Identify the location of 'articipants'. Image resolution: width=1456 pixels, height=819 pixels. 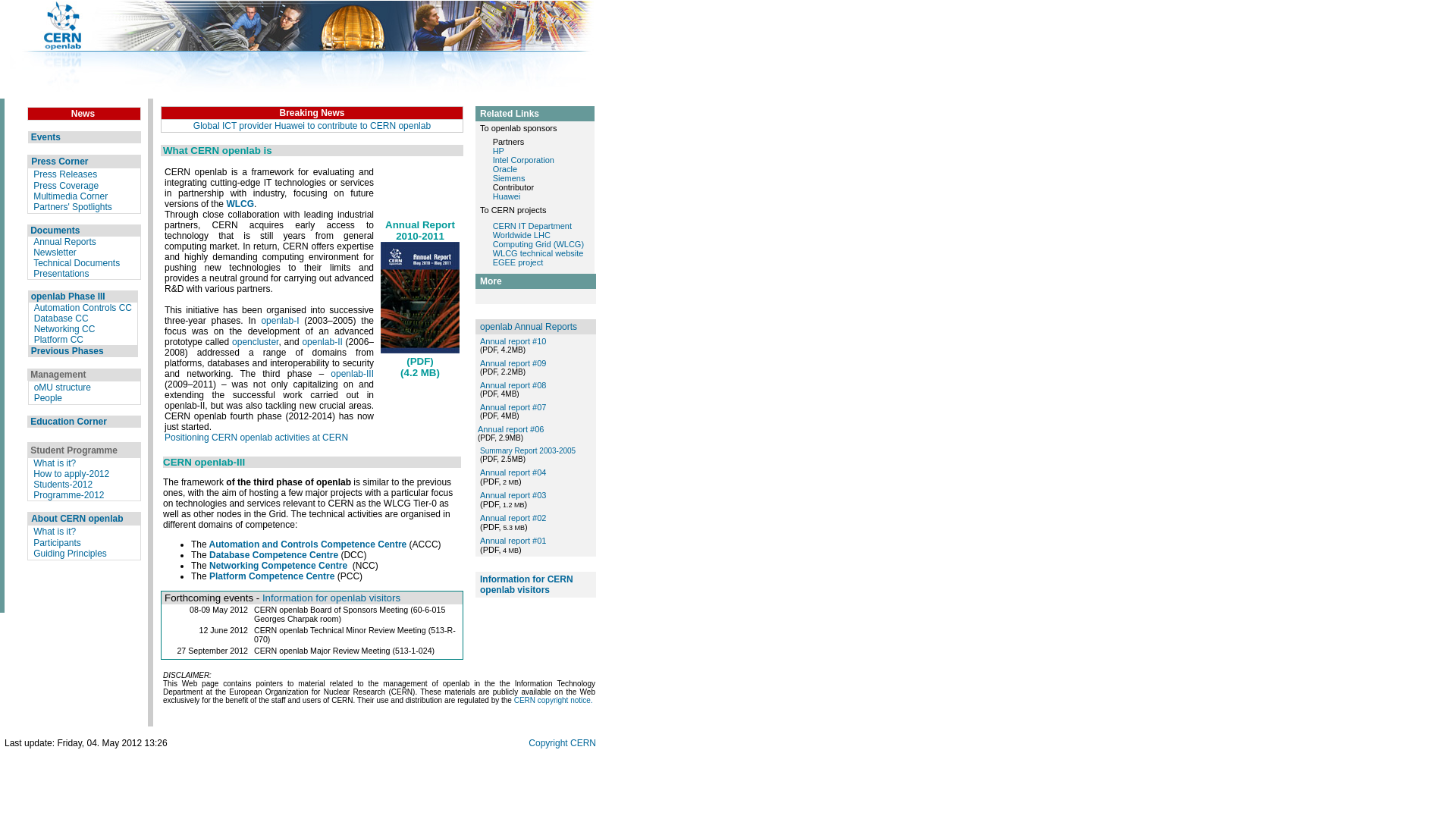
(60, 542).